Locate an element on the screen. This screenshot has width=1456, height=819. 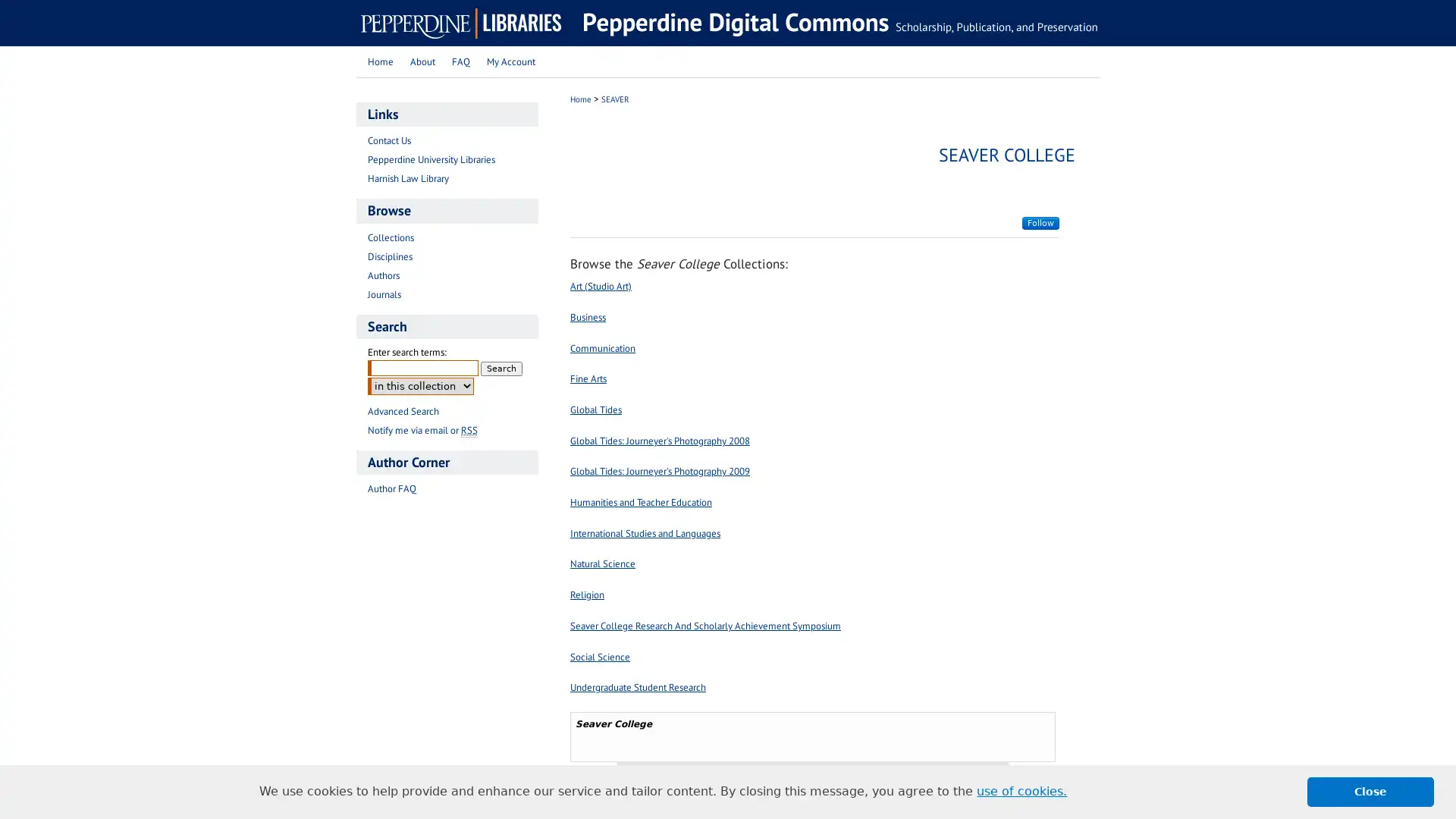
Search is located at coordinates (501, 368).